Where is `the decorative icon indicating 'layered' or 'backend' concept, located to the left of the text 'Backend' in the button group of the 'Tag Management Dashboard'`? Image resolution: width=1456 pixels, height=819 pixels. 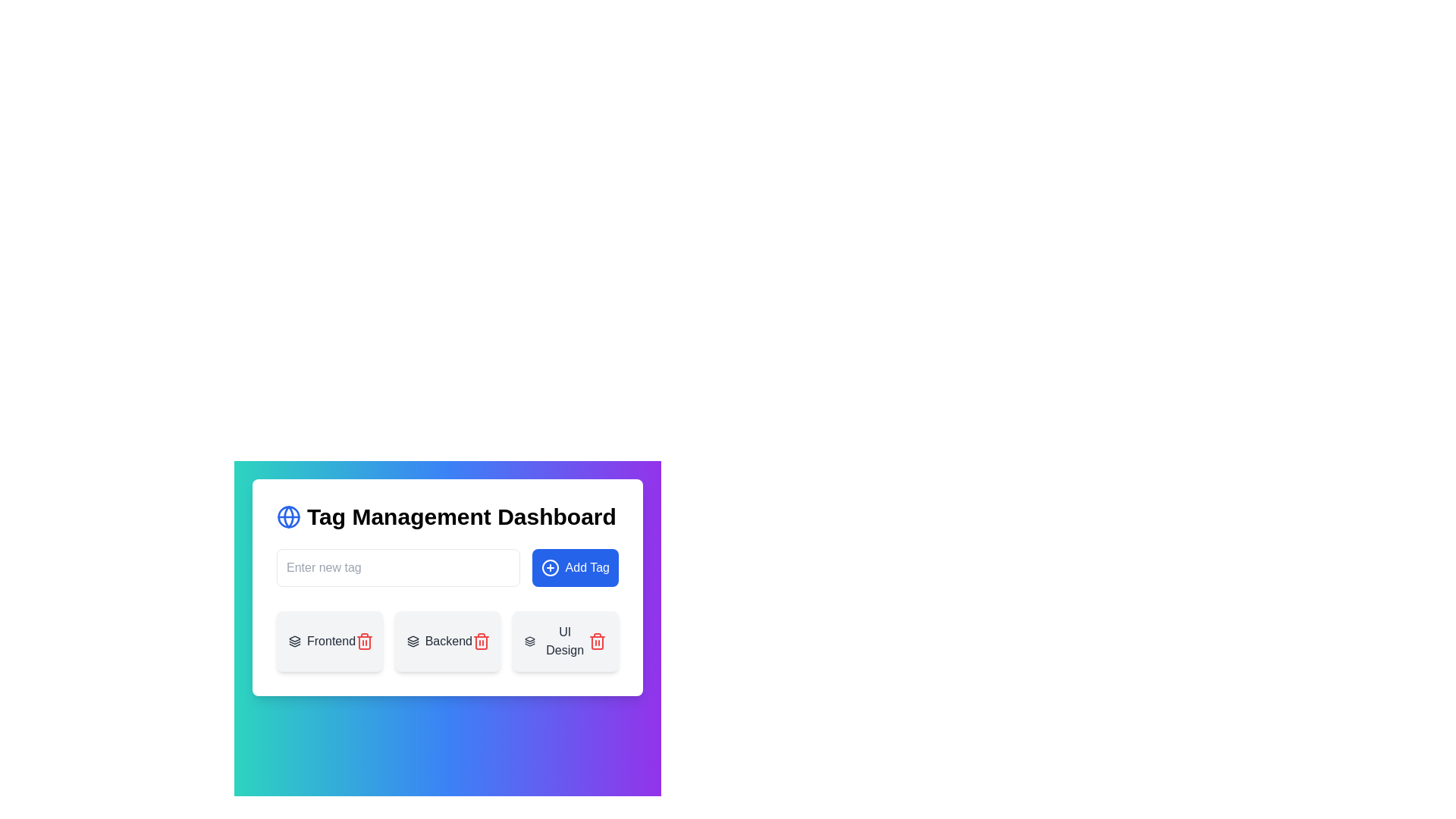
the decorative icon indicating 'layered' or 'backend' concept, located to the left of the text 'Backend' in the button group of the 'Tag Management Dashboard' is located at coordinates (413, 641).